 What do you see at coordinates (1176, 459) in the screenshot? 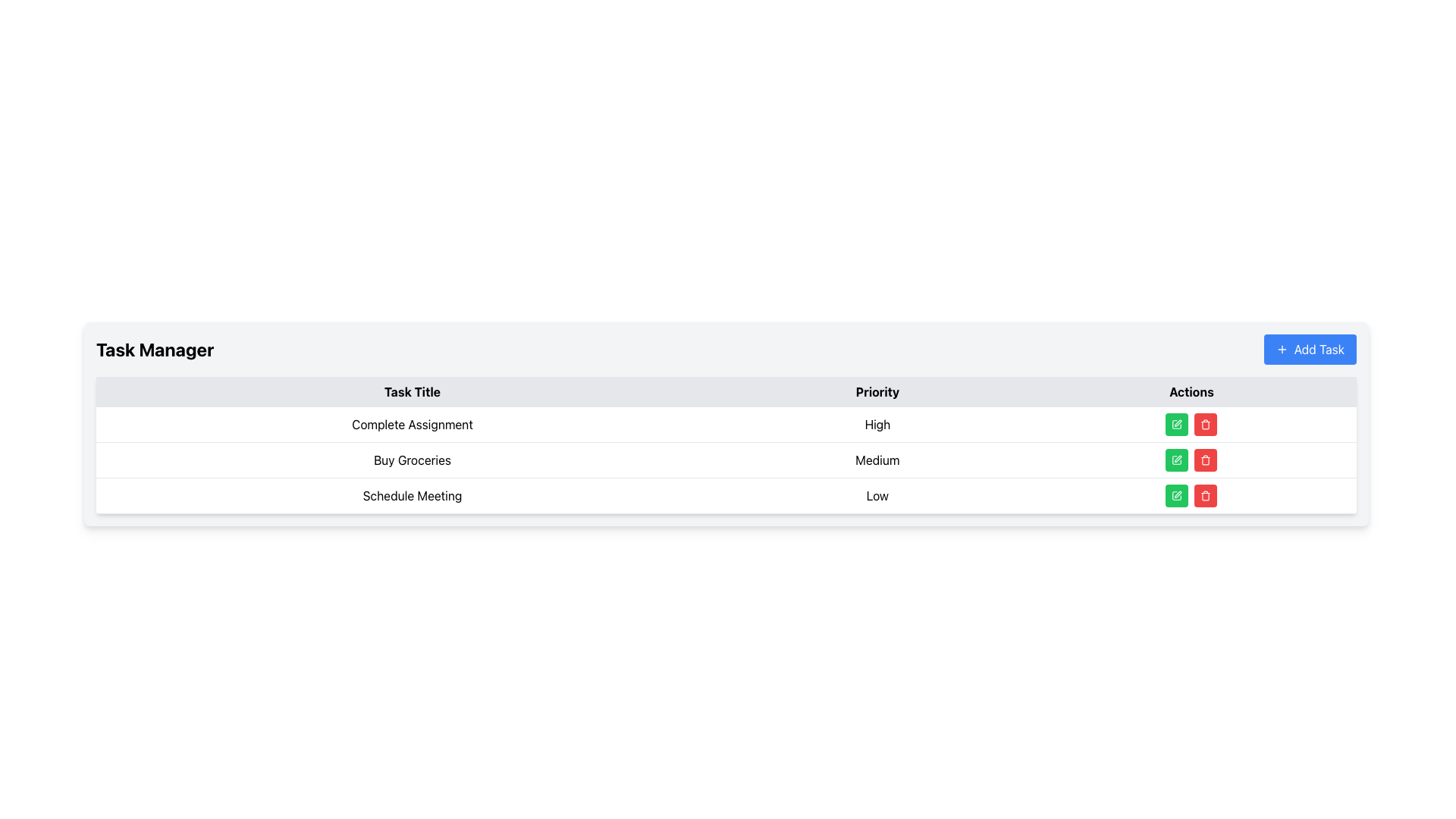
I see `the 'Edit' icon, which is a minimalist outline pencil within a square located in the 'Actions' column of the second row in the task management table for the task 'Buy Groceries'` at bounding box center [1176, 459].